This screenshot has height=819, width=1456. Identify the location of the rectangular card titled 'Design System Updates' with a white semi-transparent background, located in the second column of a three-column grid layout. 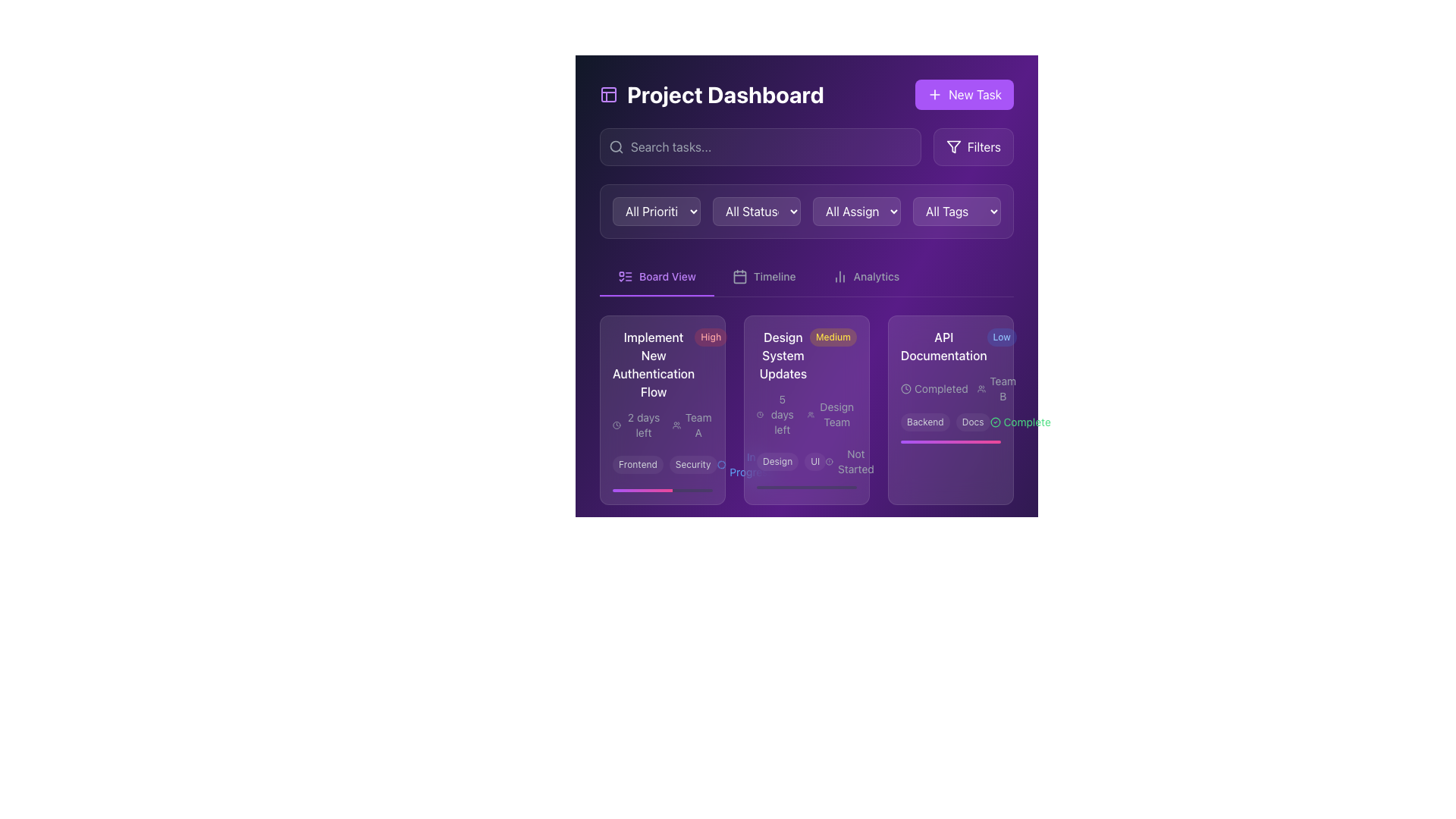
(806, 409).